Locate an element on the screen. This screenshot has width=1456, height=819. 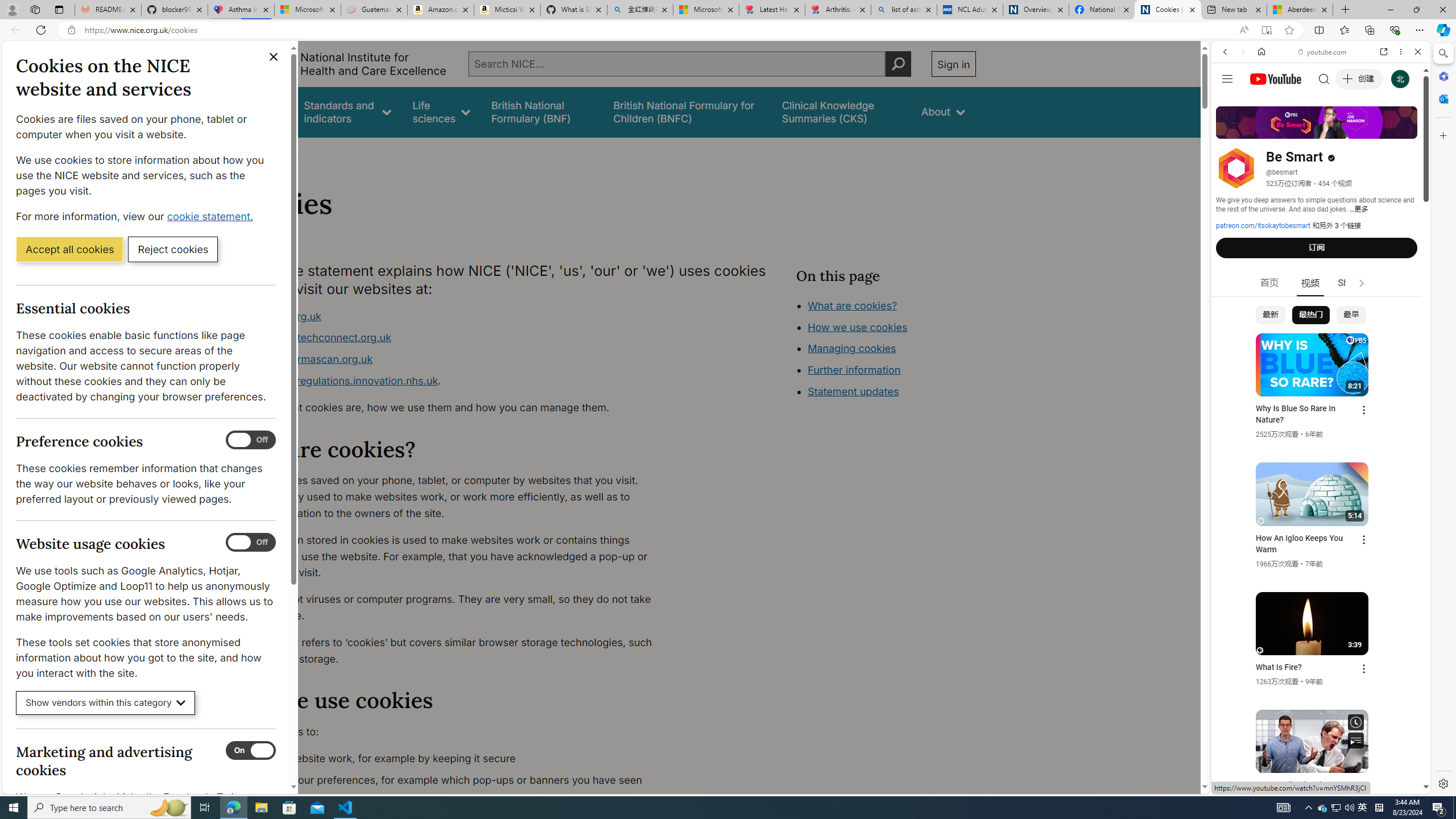
'cookie statement. (Opens in a new window)' is located at coordinates (211, 216).